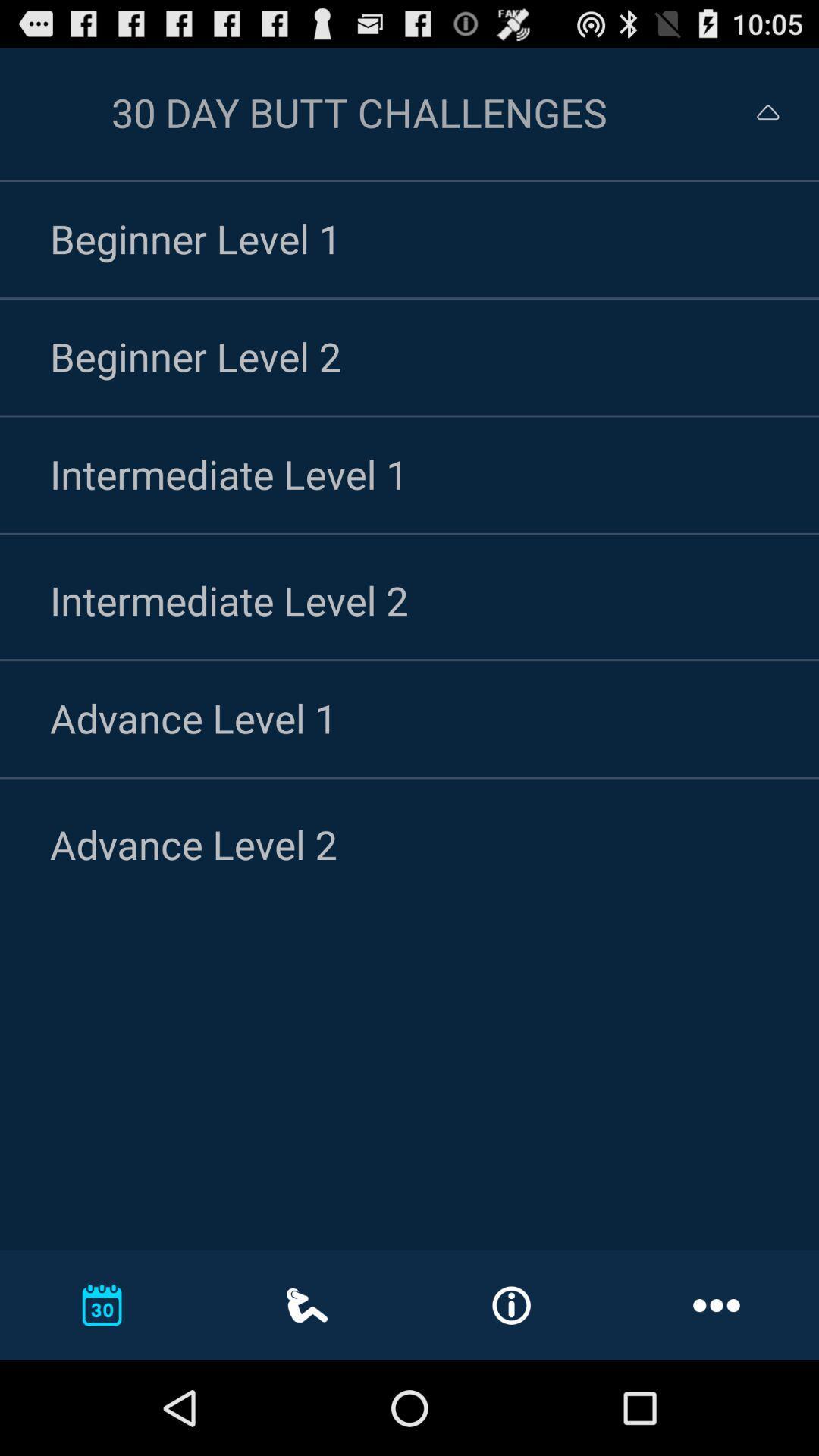  What do you see at coordinates (754, 111) in the screenshot?
I see `click expand option` at bounding box center [754, 111].